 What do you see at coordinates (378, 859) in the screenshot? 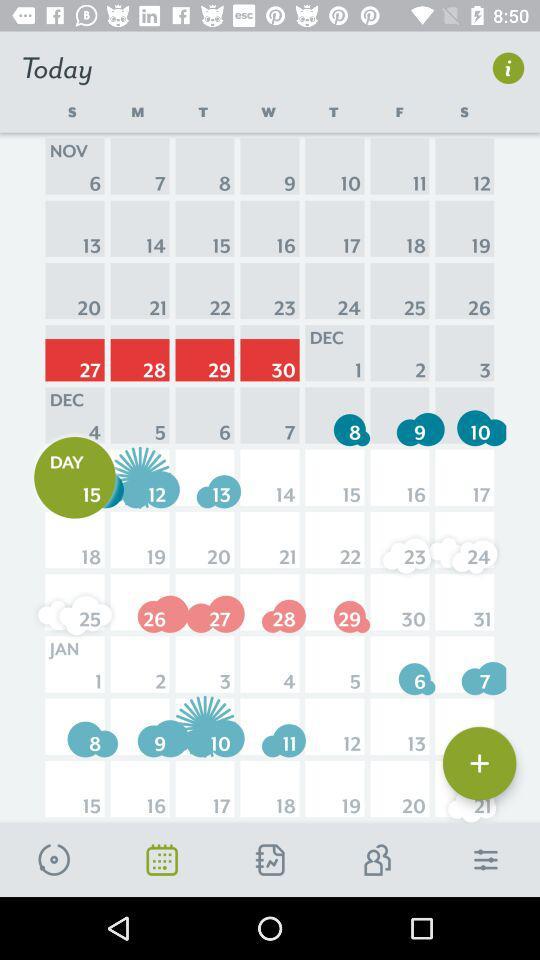
I see `the group icon` at bounding box center [378, 859].